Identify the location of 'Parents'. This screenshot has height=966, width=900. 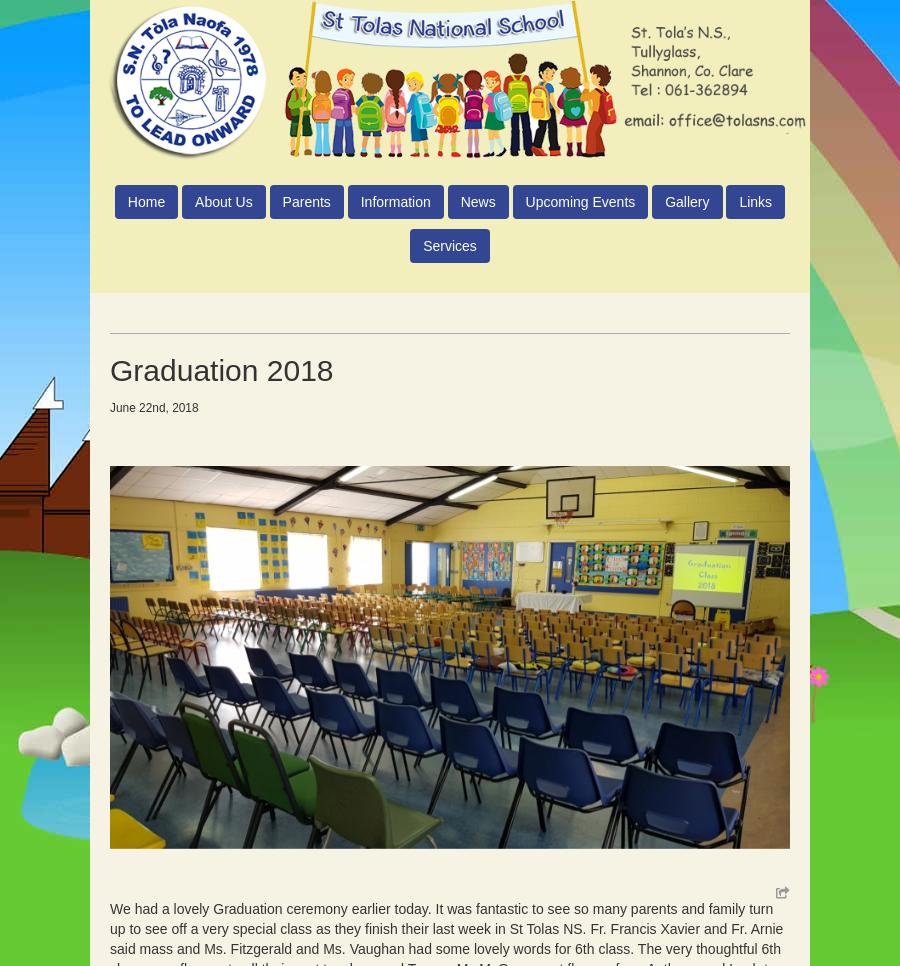
(305, 201).